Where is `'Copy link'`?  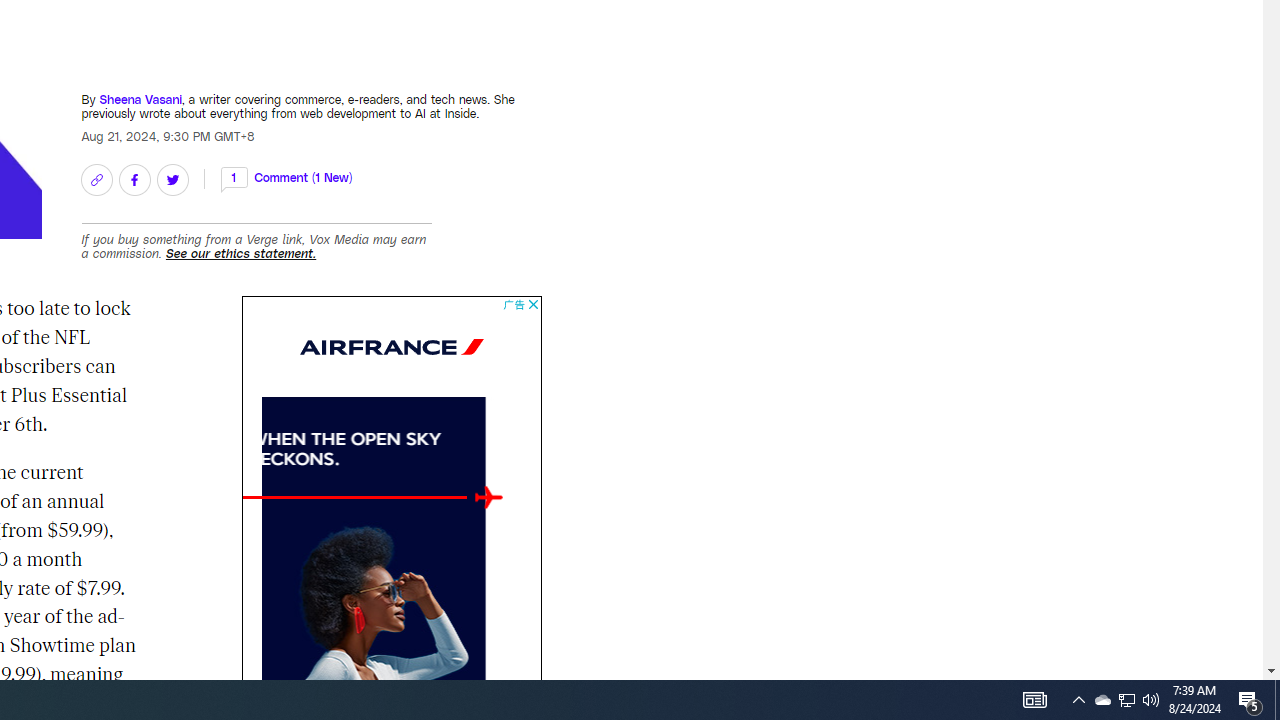 'Copy link' is located at coordinates (95, 178).